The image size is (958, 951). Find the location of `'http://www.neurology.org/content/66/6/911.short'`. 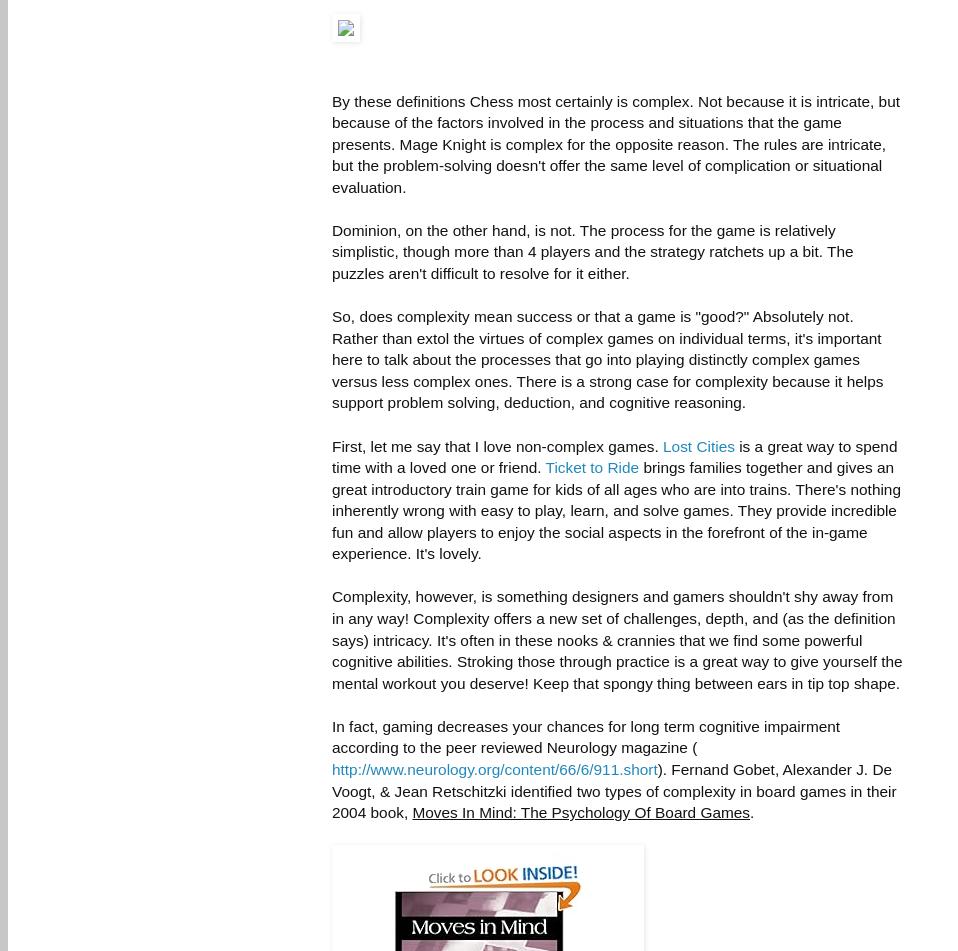

'http://www.neurology.org/content/66/6/911.short' is located at coordinates (493, 767).